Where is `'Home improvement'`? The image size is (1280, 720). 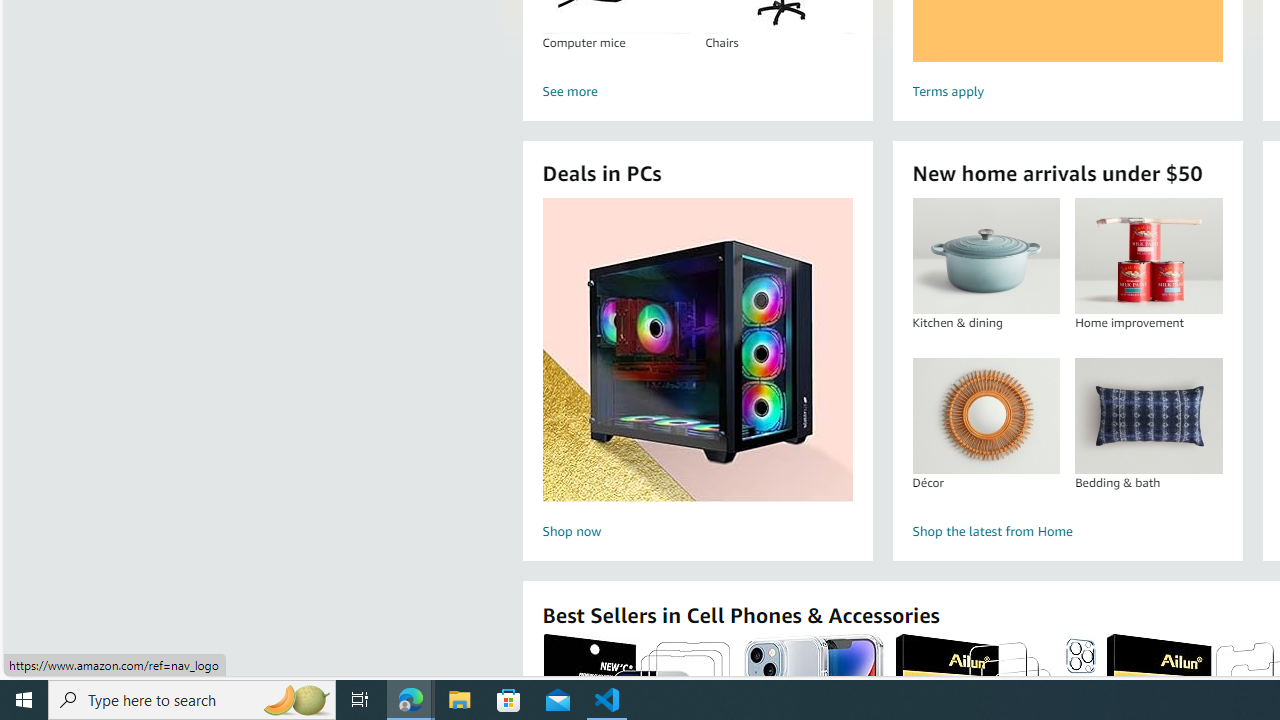
'Home improvement' is located at coordinates (1148, 255).